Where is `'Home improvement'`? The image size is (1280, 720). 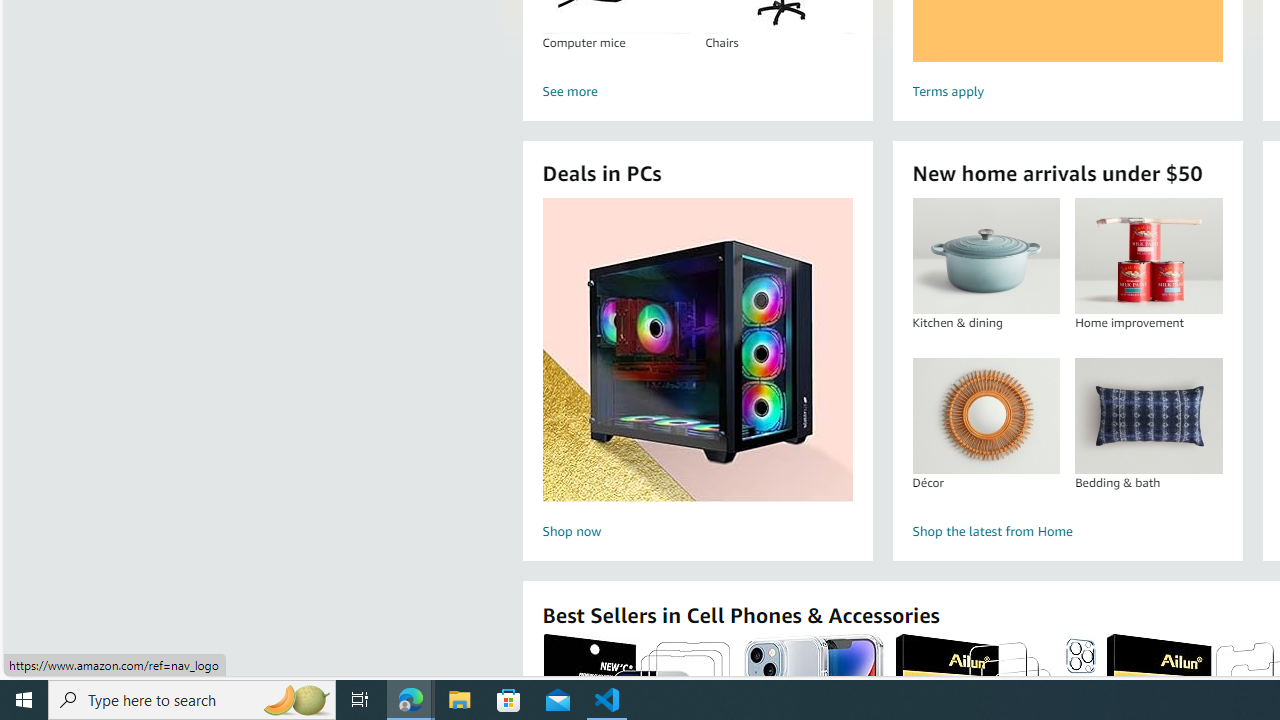
'Home improvement' is located at coordinates (1148, 255).